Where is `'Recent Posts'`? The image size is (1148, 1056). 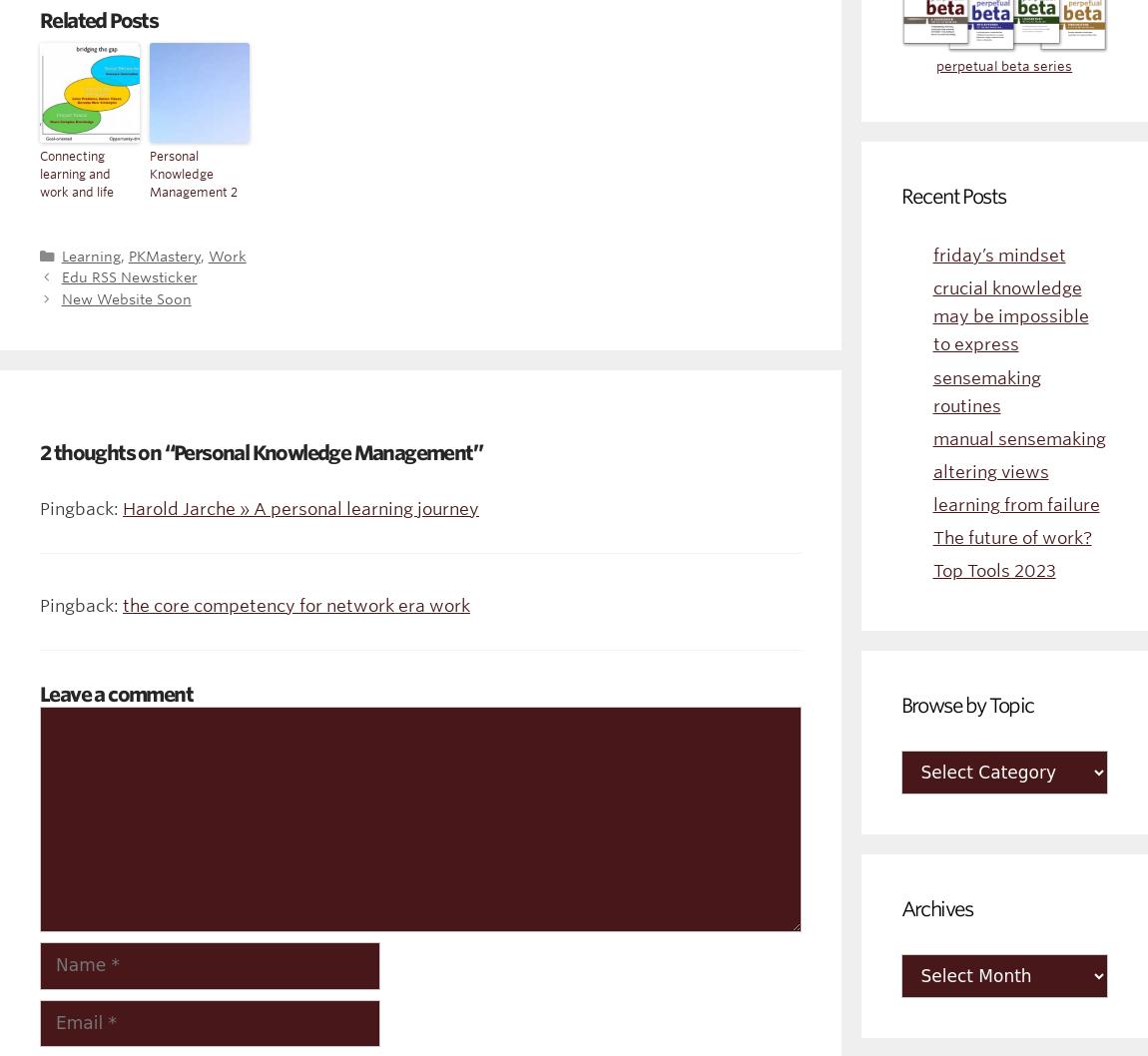 'Recent Posts' is located at coordinates (952, 196).